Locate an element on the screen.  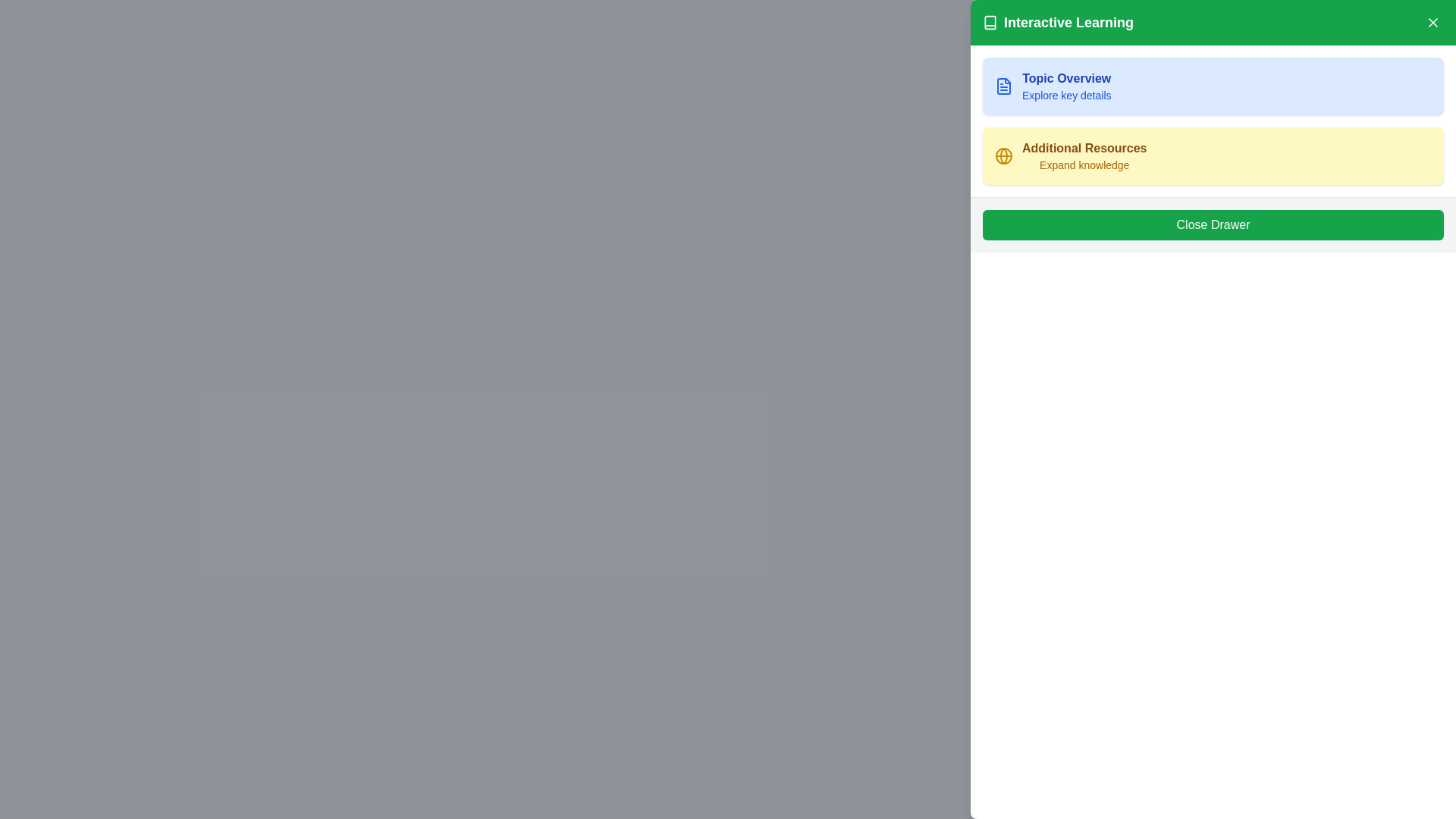
the book icon located in the top-left corner of the green header section, immediately to the left of the text 'Interactive Learning' is located at coordinates (990, 23).